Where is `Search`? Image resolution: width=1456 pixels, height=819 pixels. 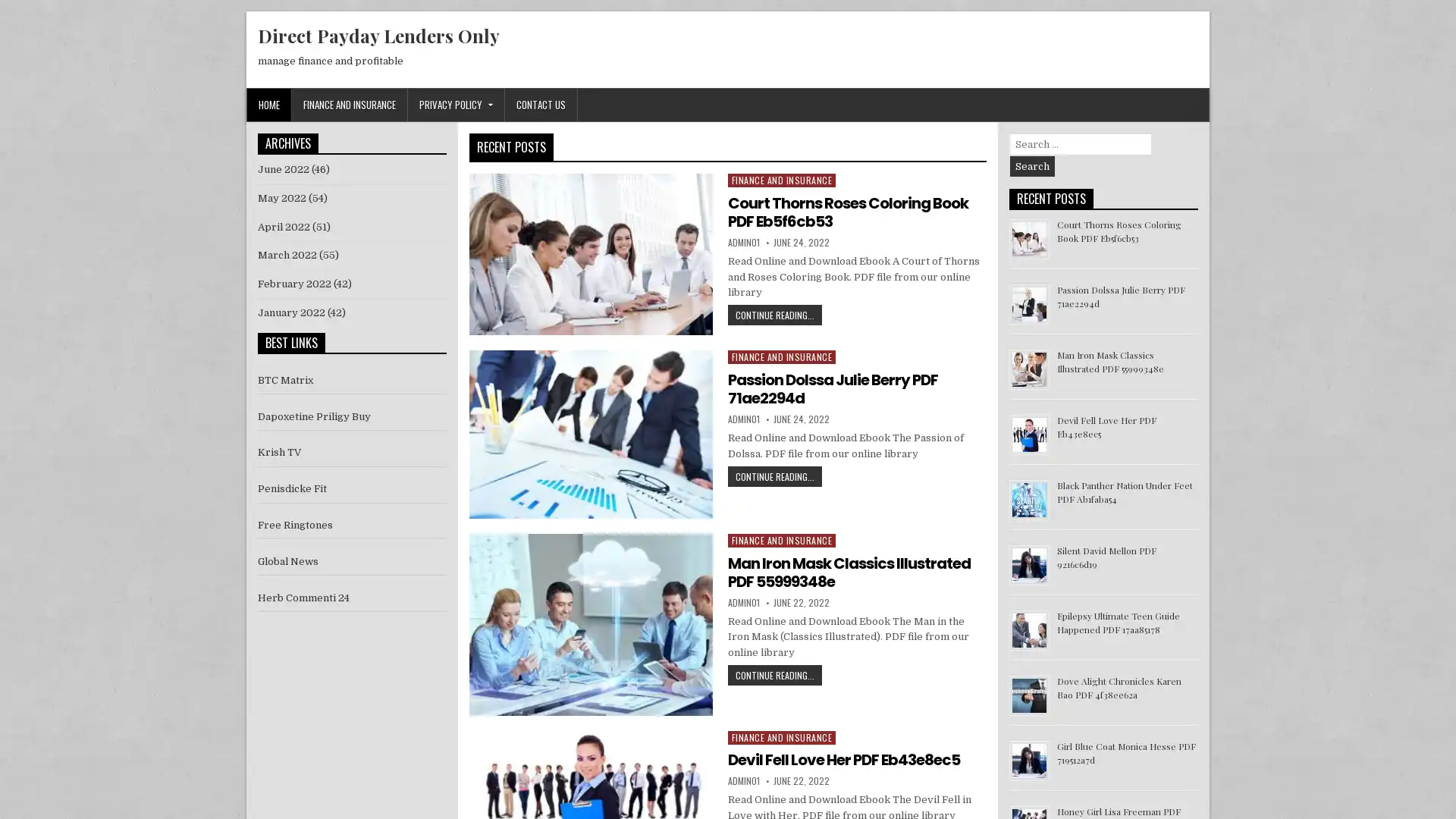 Search is located at coordinates (1031, 166).